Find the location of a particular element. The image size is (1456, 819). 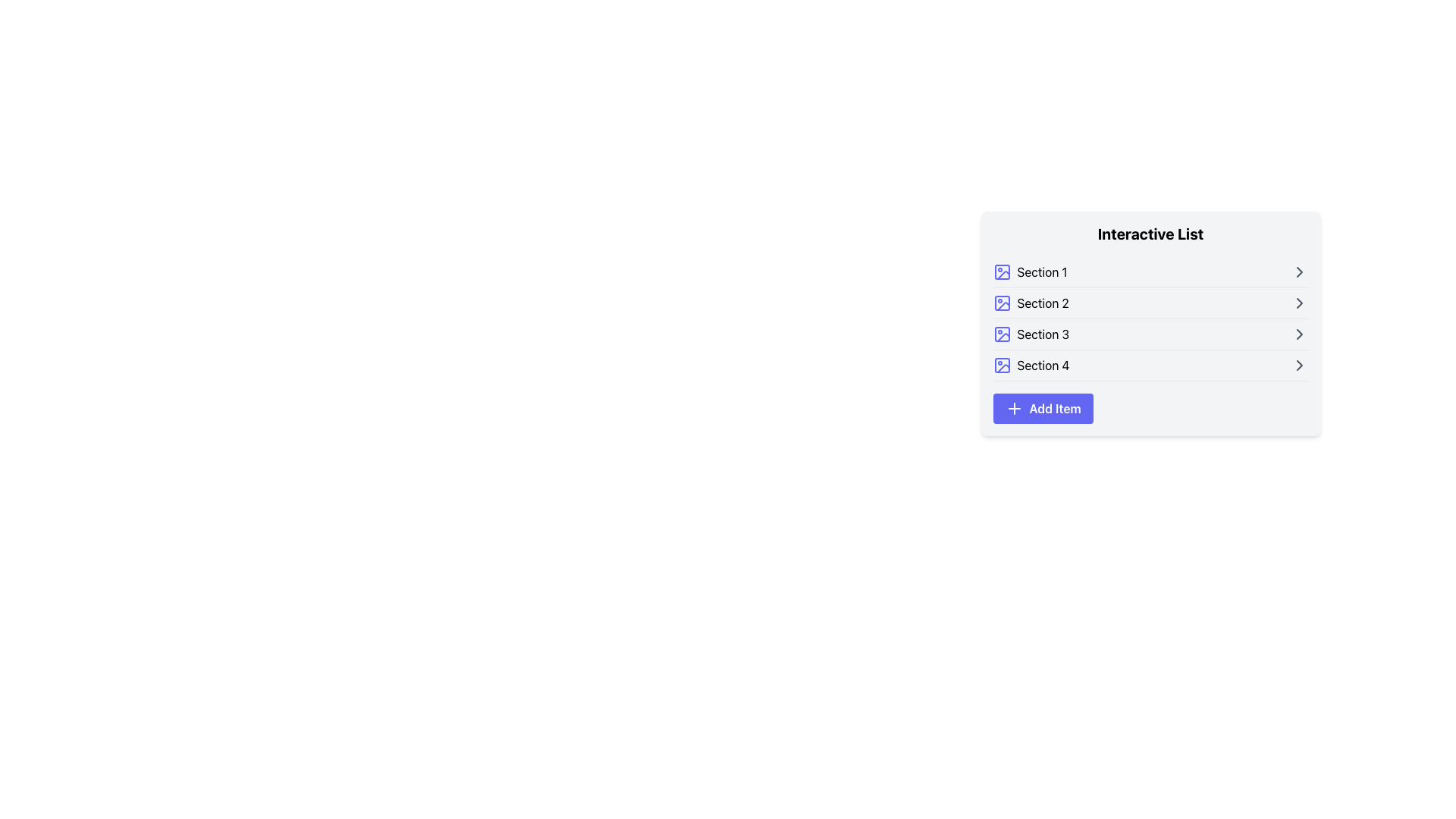

the right-pointing gray chevron arrow button located at the rightmost position of the 'Section 2' row in the interactive list is located at coordinates (1298, 303).